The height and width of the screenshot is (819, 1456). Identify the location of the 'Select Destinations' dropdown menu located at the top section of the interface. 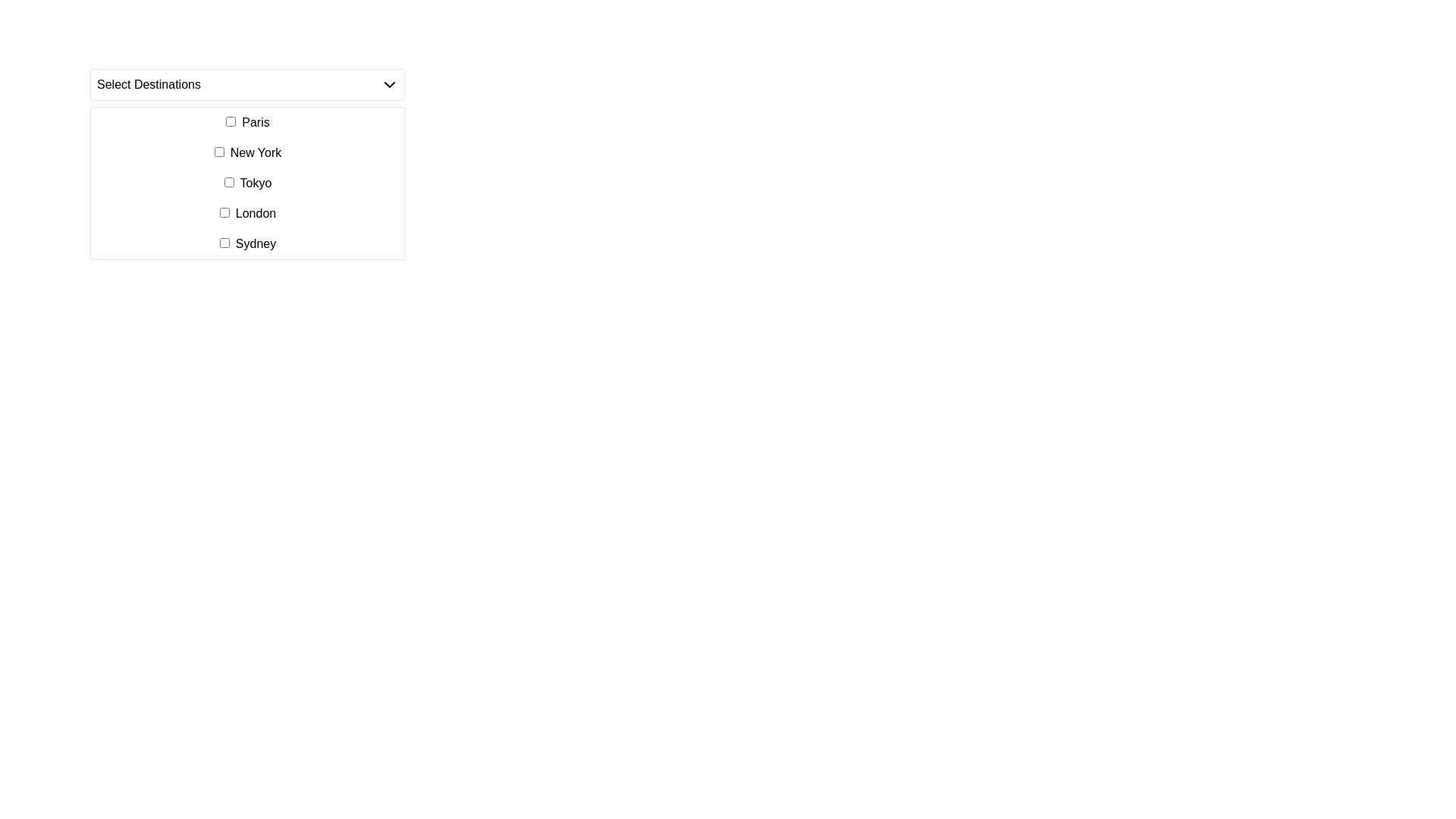
(247, 84).